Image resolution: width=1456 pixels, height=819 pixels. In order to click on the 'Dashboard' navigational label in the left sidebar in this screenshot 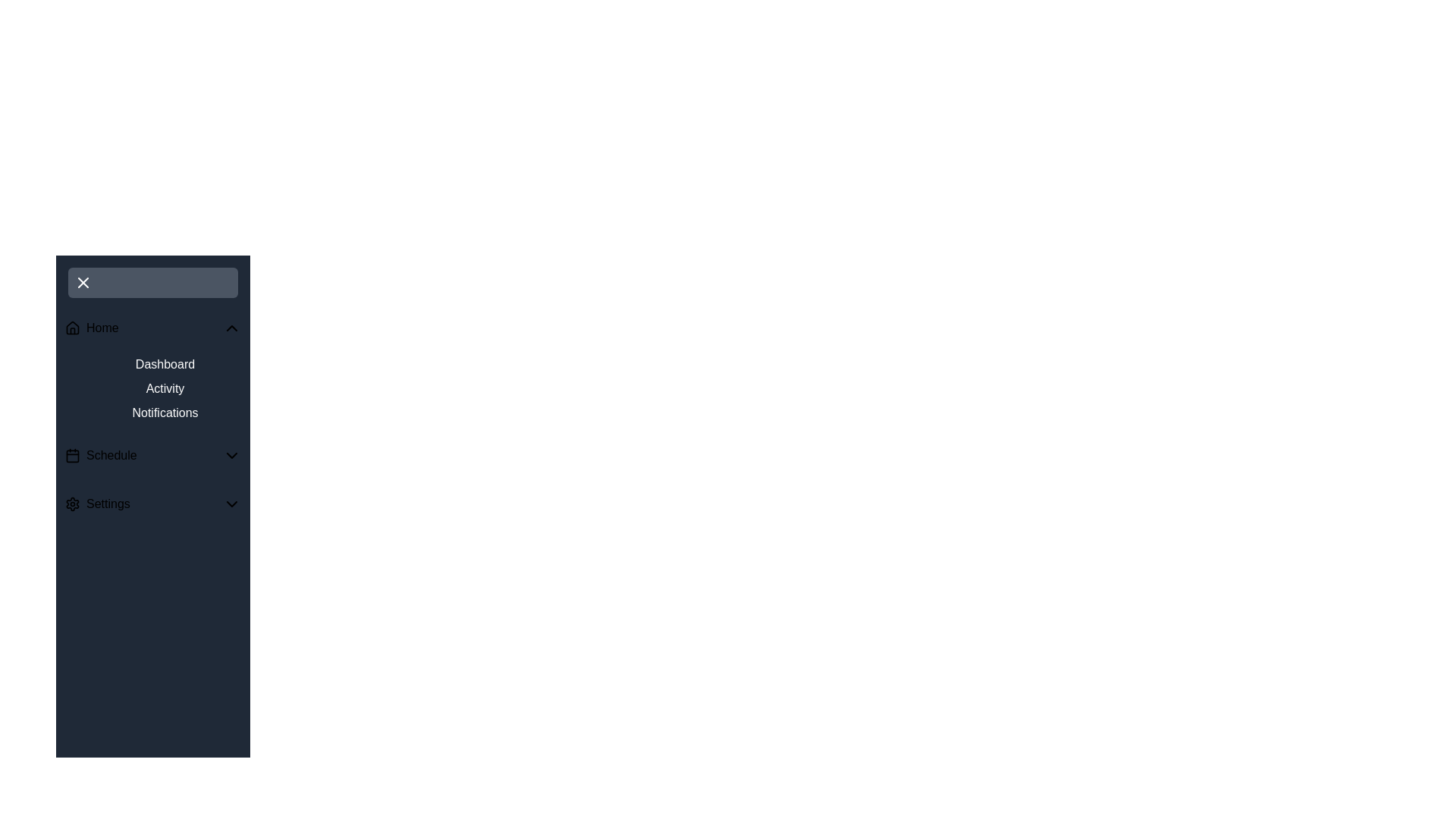, I will do `click(165, 365)`.